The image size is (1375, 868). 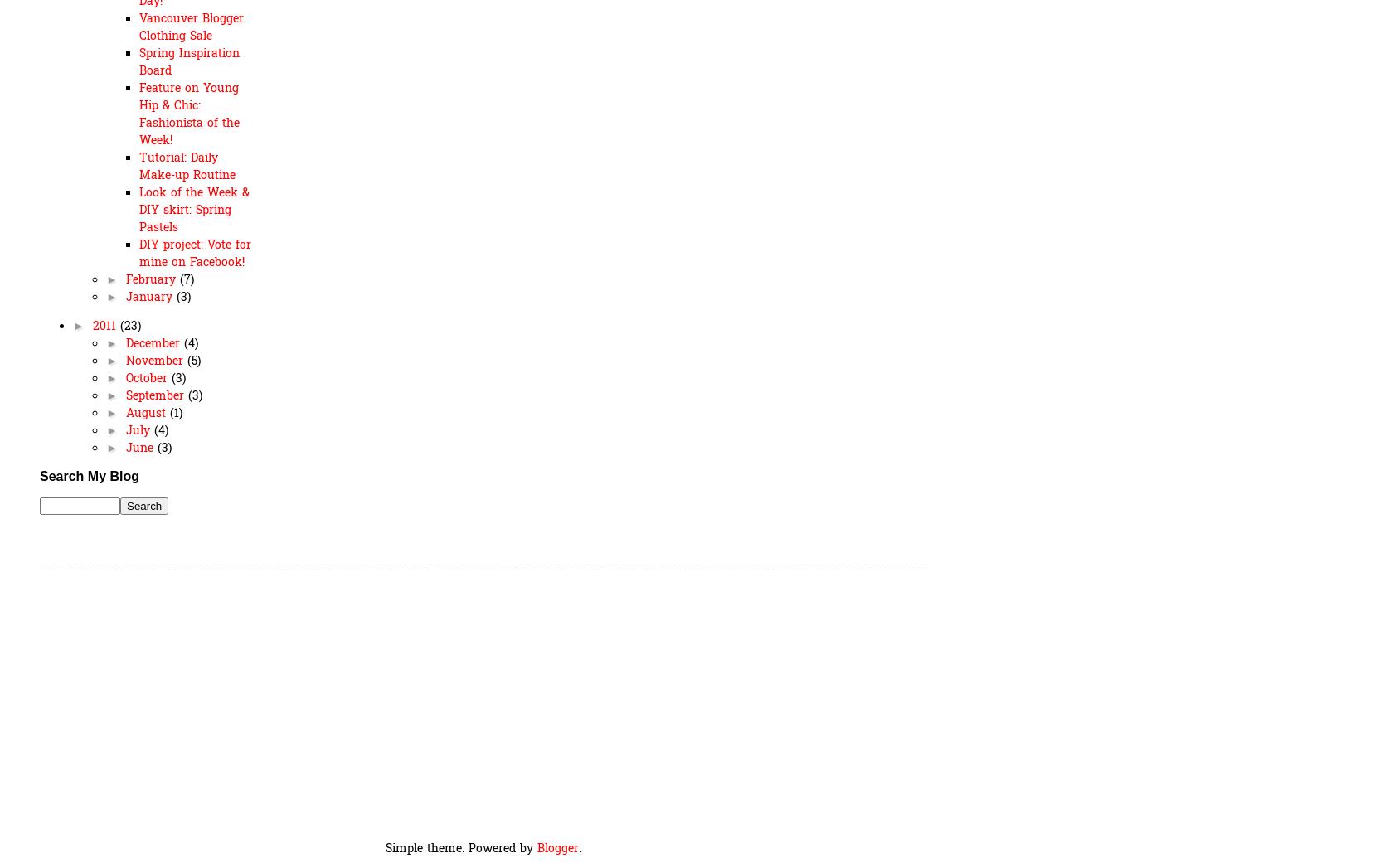 I want to click on 'September', so click(x=156, y=395).